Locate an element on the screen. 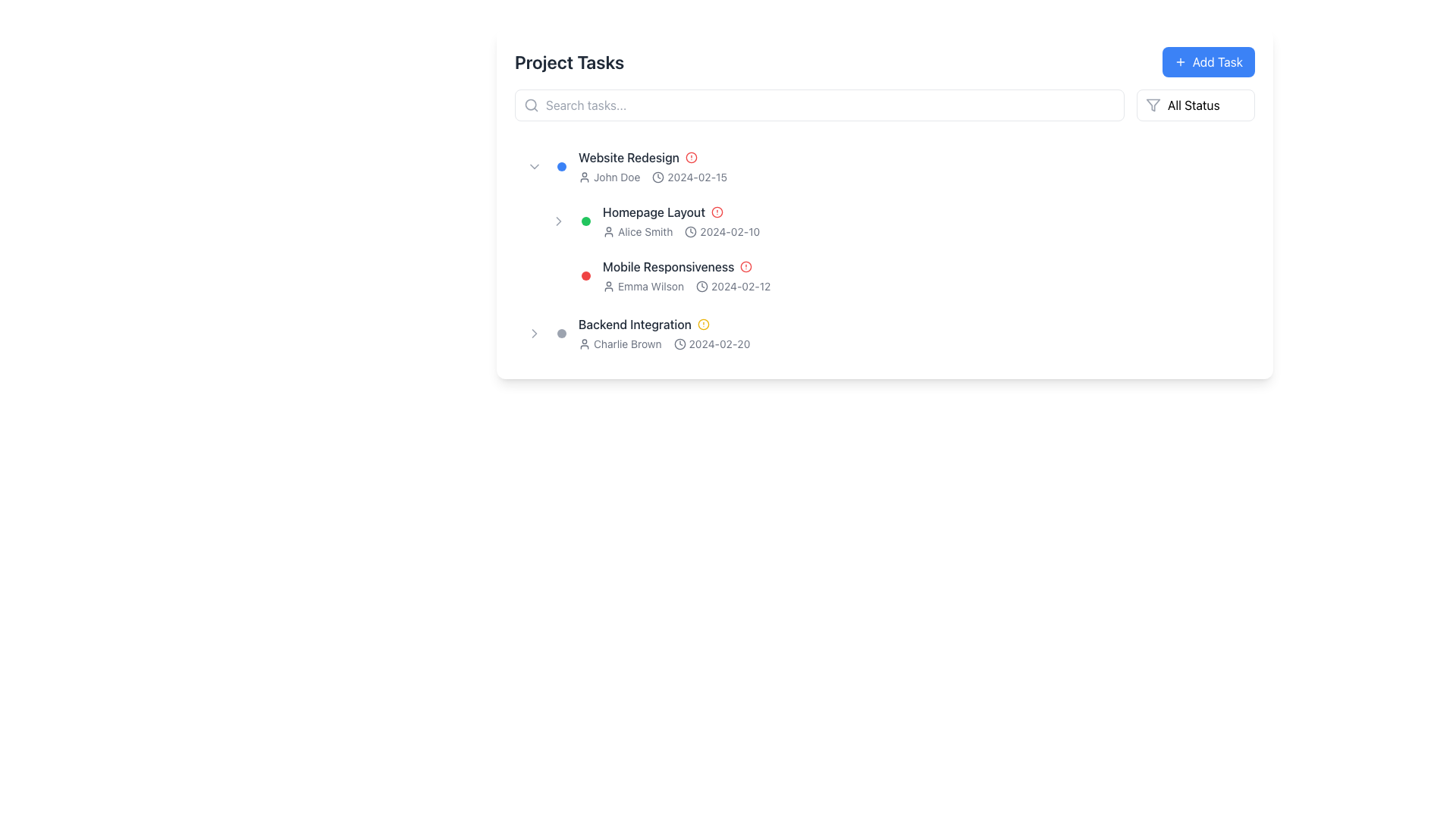  the information associated with the label displaying the name of the individual linked to the task 'Homepage Layout', located left of the date '2024-02-10' is located at coordinates (638, 231).